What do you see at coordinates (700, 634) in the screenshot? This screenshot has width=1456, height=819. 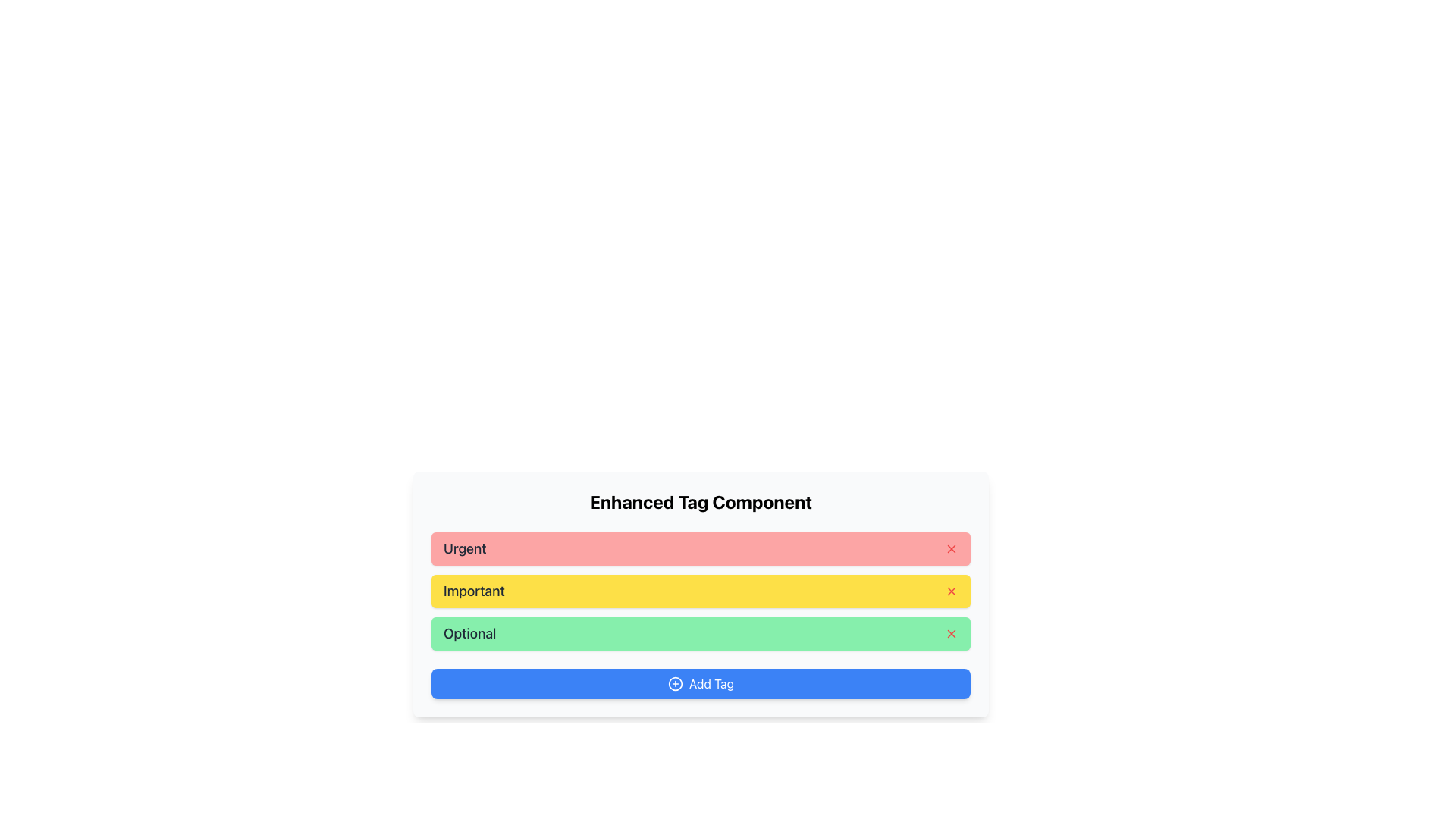 I see `the third tag element in the 'Enhanced Tag Component'` at bounding box center [700, 634].